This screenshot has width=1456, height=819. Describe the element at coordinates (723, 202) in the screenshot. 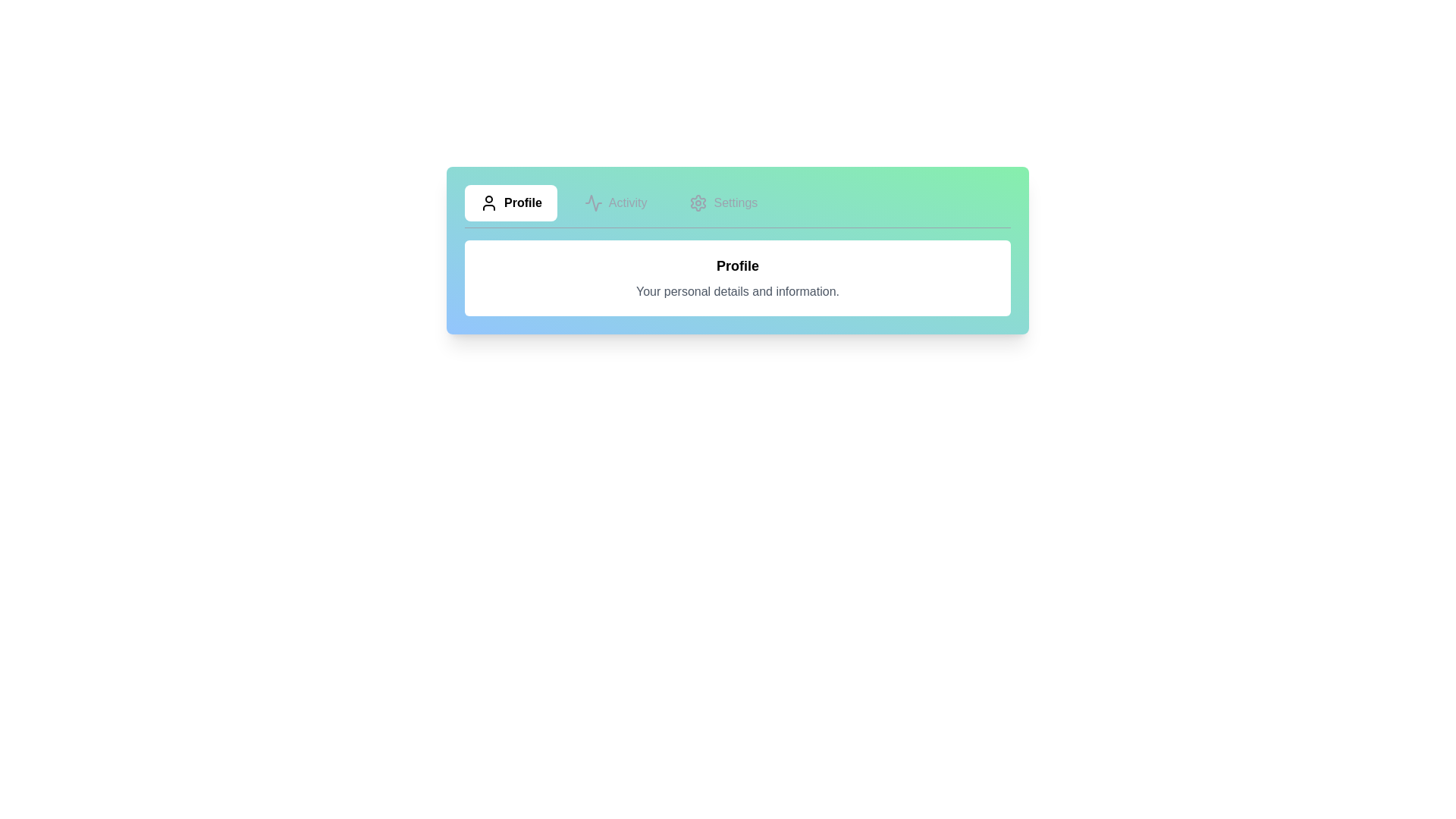

I see `the tab button labeled Settings` at that location.